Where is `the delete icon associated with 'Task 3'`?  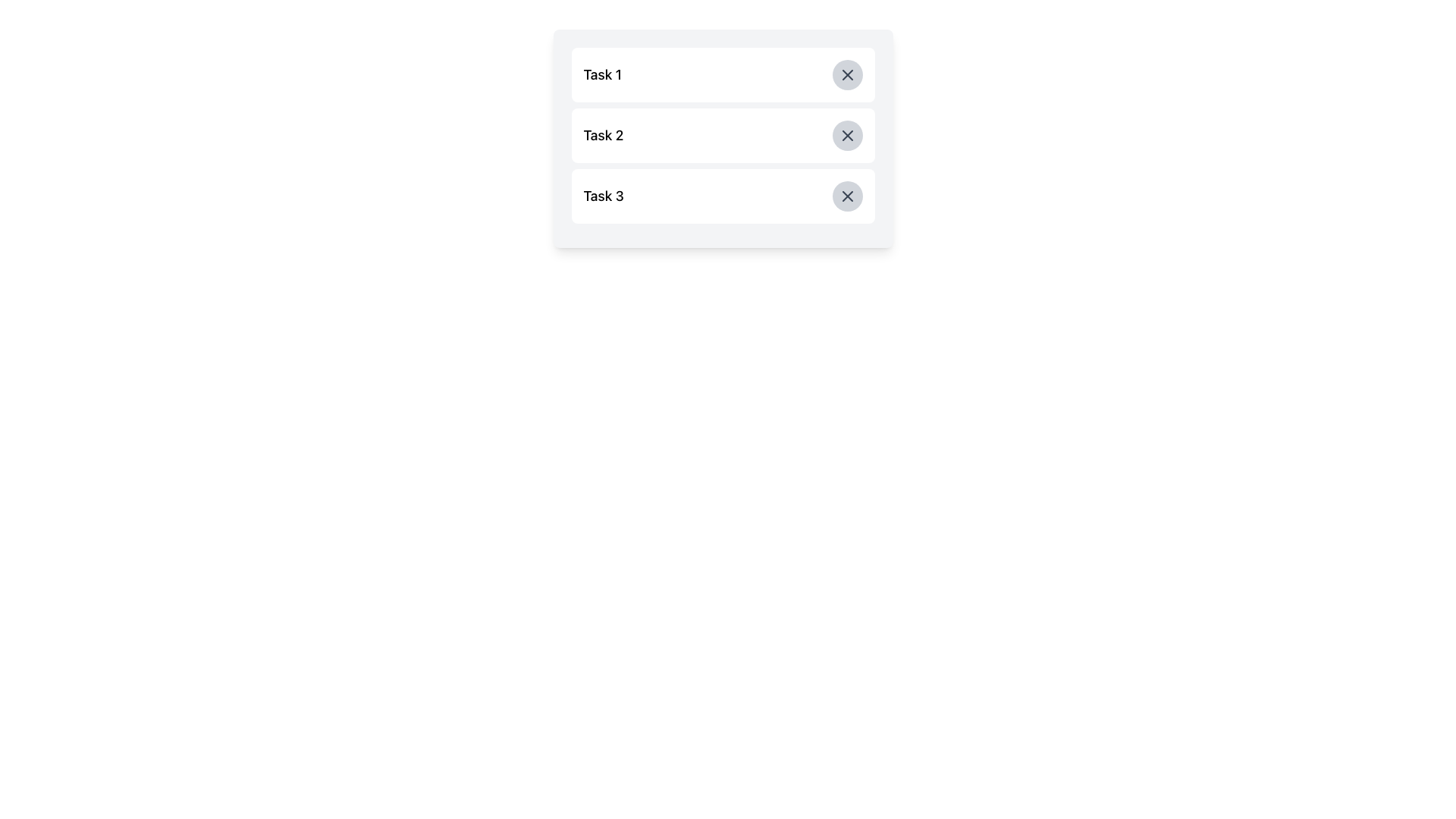 the delete icon associated with 'Task 3' is located at coordinates (846, 195).